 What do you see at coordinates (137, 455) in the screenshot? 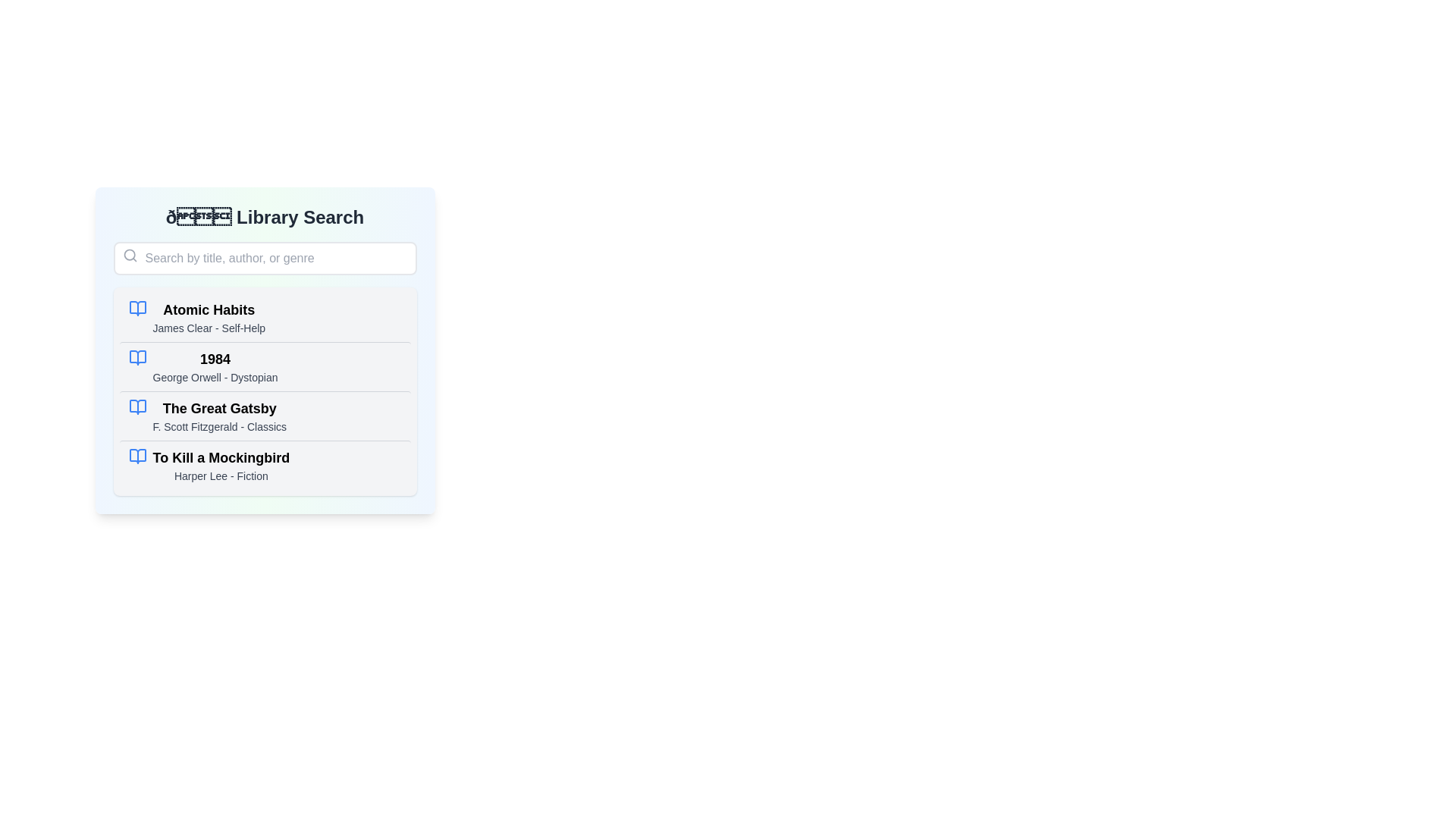
I see `the blue book icon located to the left of the text 'To Kill a Mockingbird' in the library search result list, which is the leftmost visual component of the last item in the list` at bounding box center [137, 455].